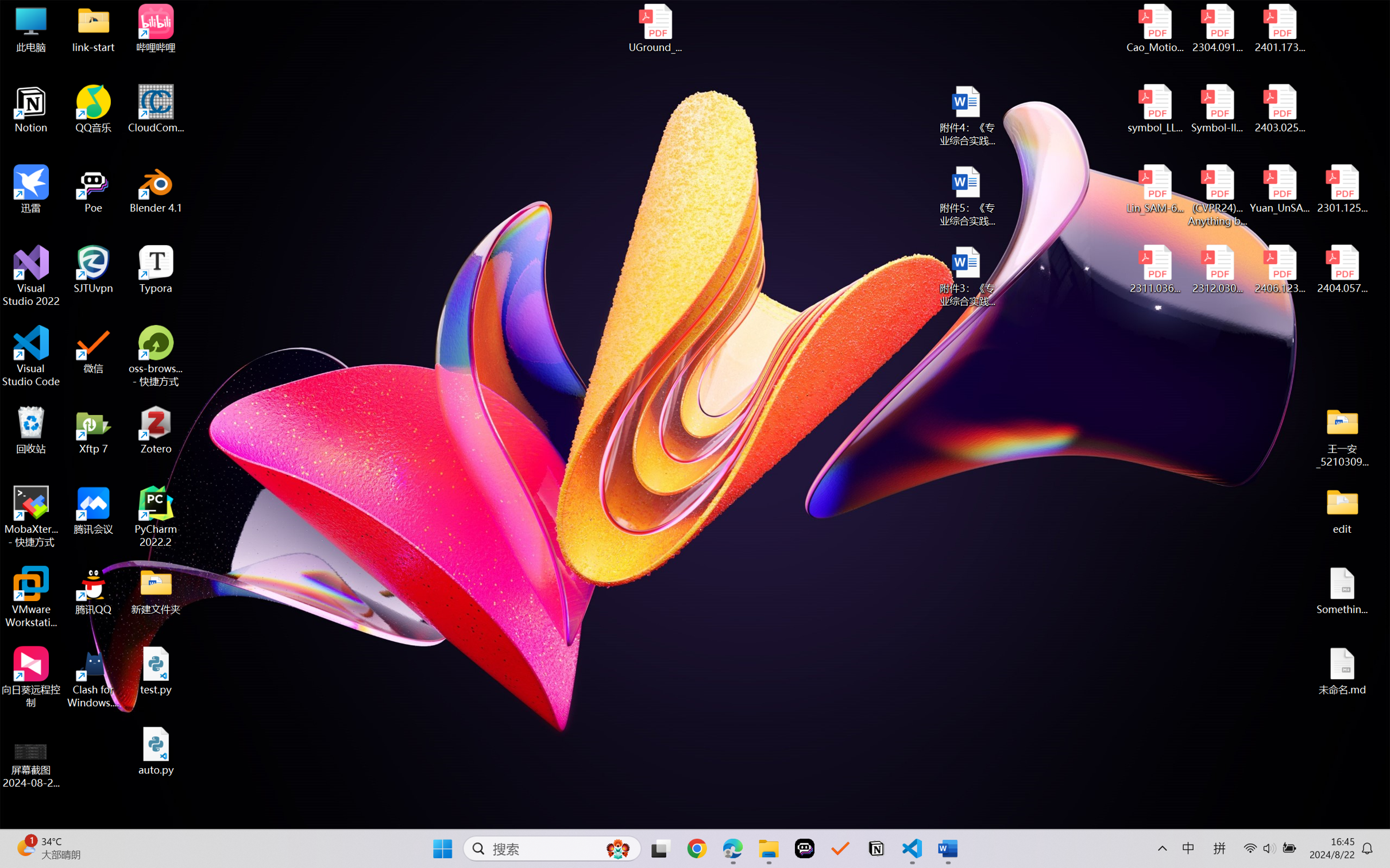 The image size is (1390, 868). What do you see at coordinates (156, 269) in the screenshot?
I see `'Typora'` at bounding box center [156, 269].